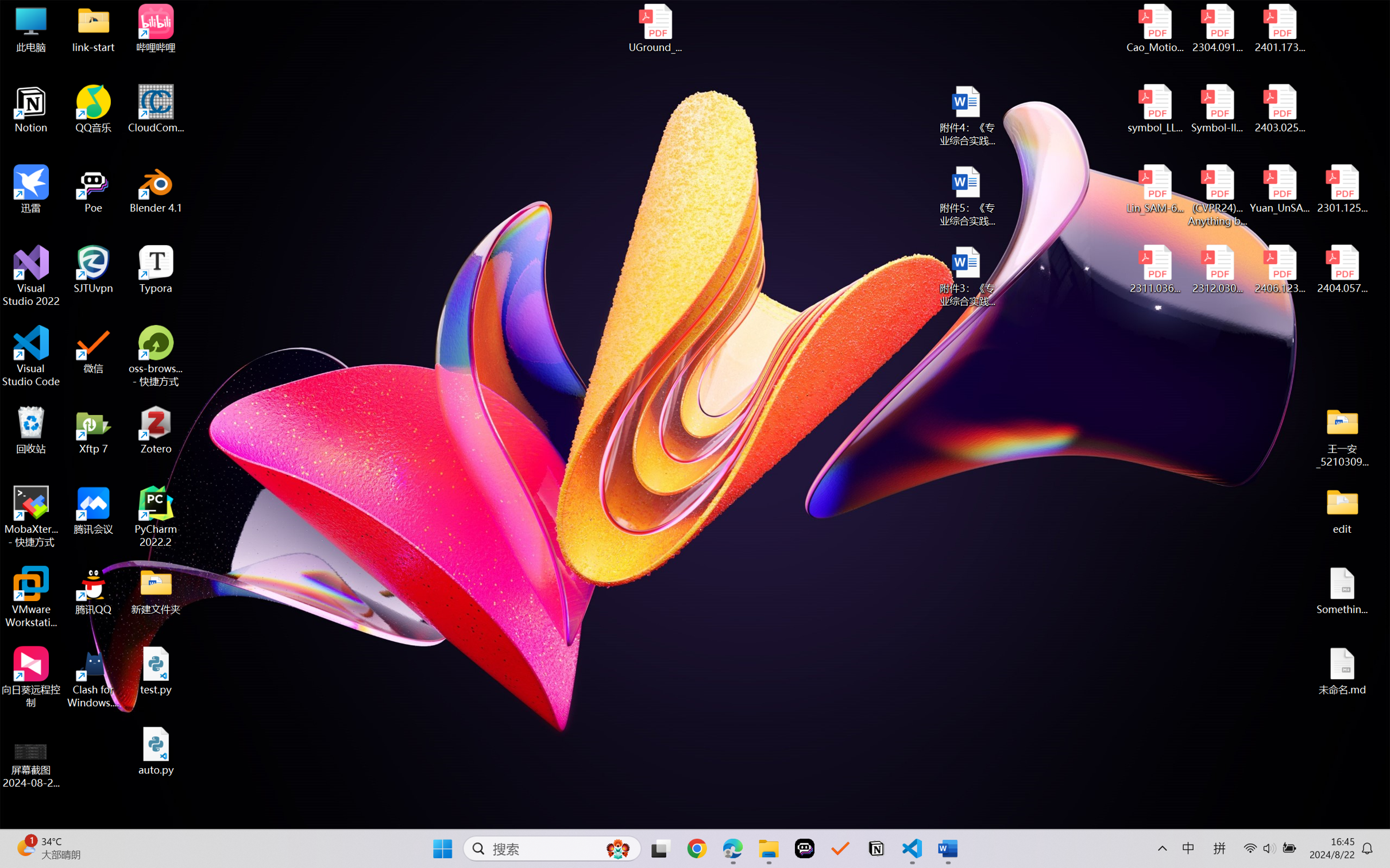 The image size is (1390, 868). What do you see at coordinates (156, 269) in the screenshot?
I see `'Typora'` at bounding box center [156, 269].